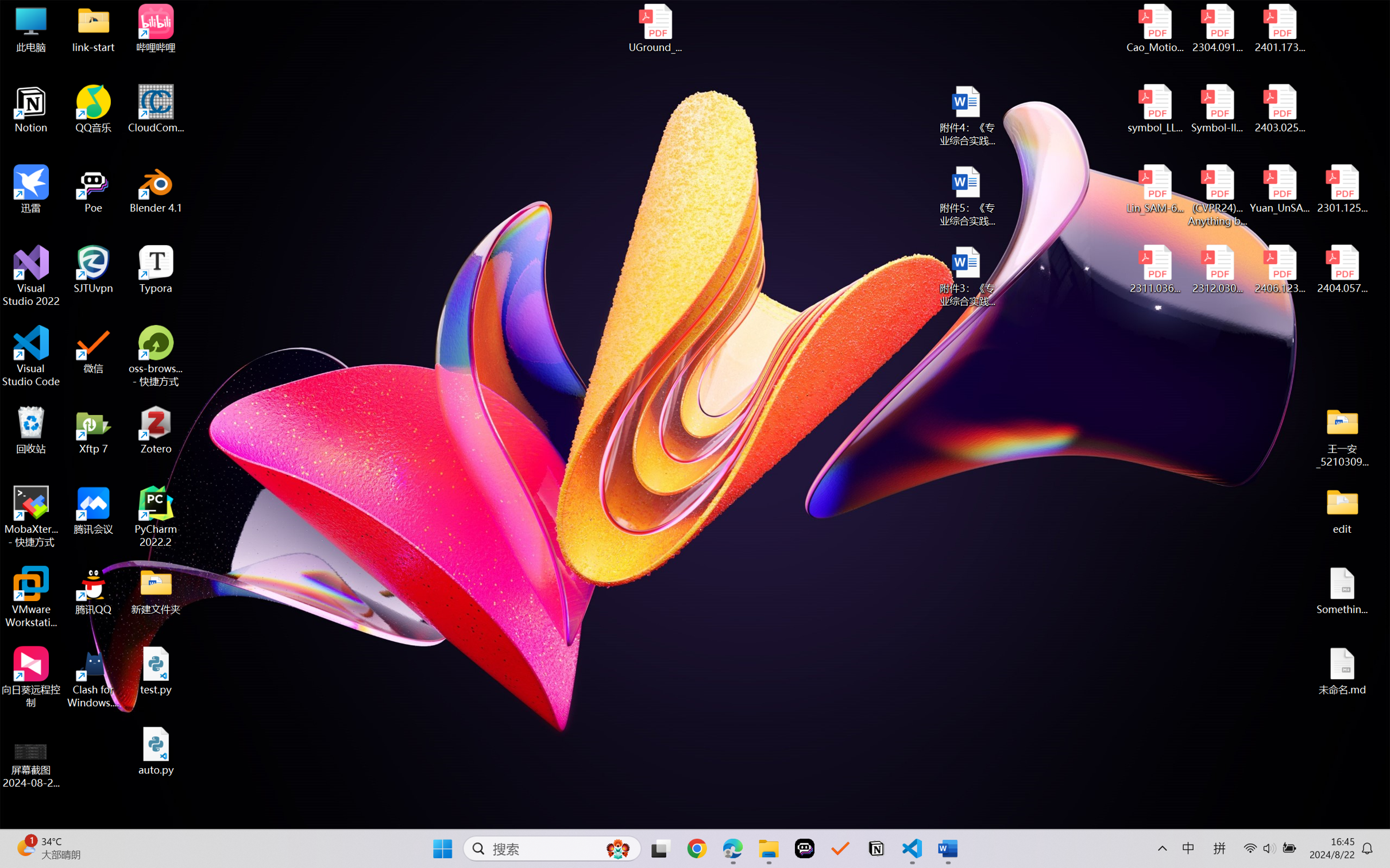 The image size is (1390, 868). What do you see at coordinates (156, 269) in the screenshot?
I see `'Typora'` at bounding box center [156, 269].